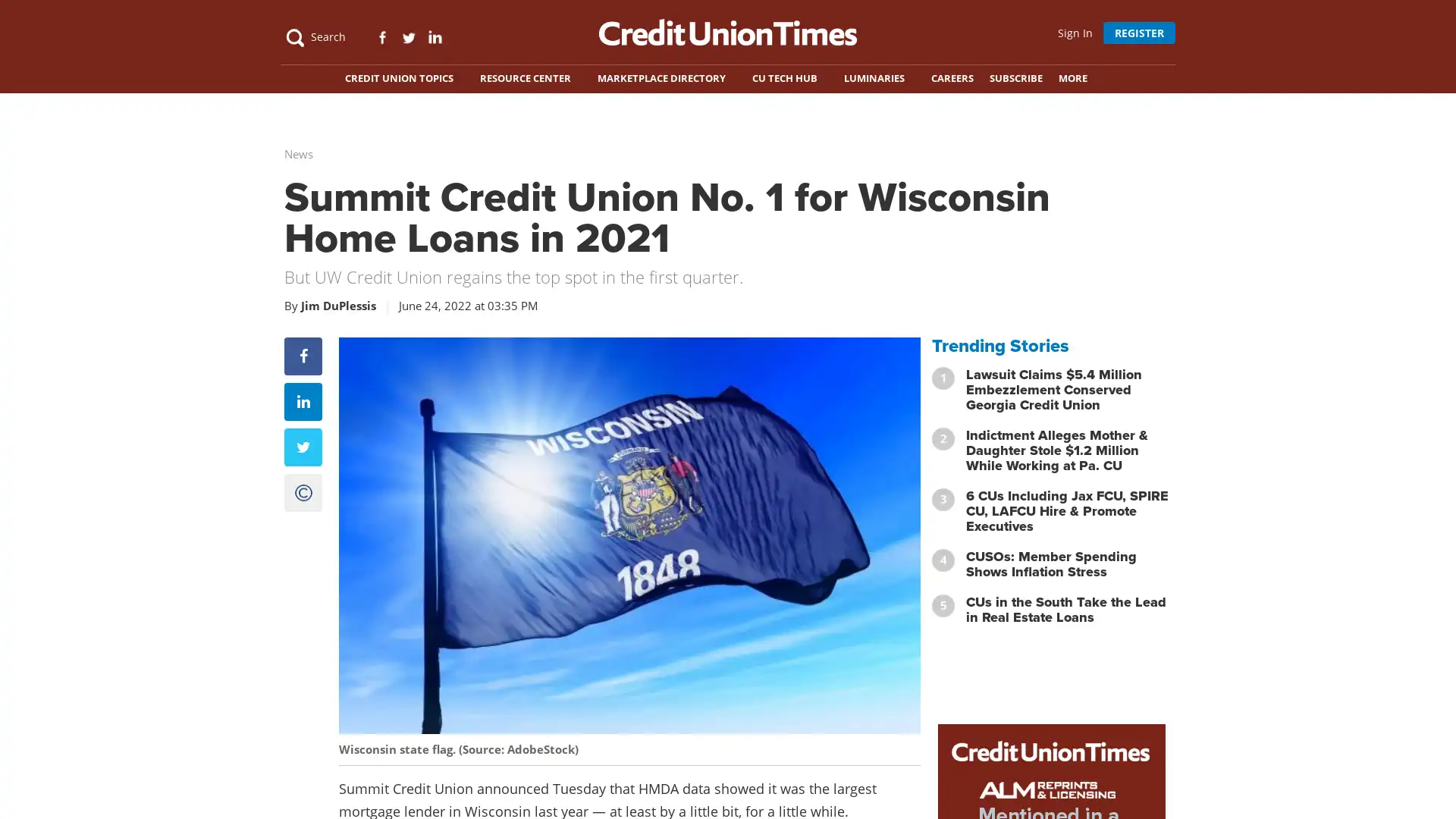  I want to click on Share on Twitter, so click(303, 507).